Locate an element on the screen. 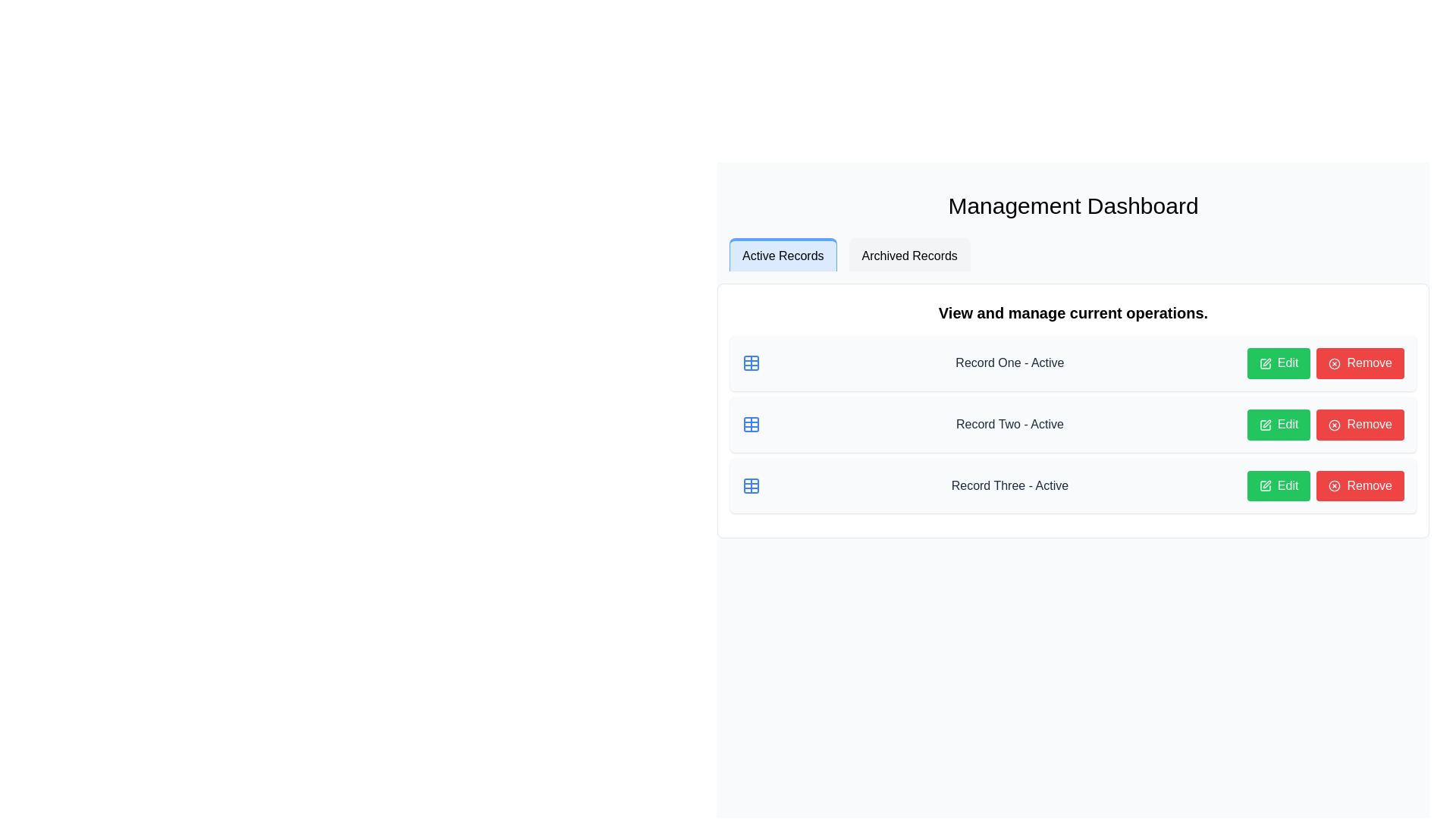  the static icon located in the second row of the records list, positioned to the left of the text 'Record Two - Active' is located at coordinates (751, 424).